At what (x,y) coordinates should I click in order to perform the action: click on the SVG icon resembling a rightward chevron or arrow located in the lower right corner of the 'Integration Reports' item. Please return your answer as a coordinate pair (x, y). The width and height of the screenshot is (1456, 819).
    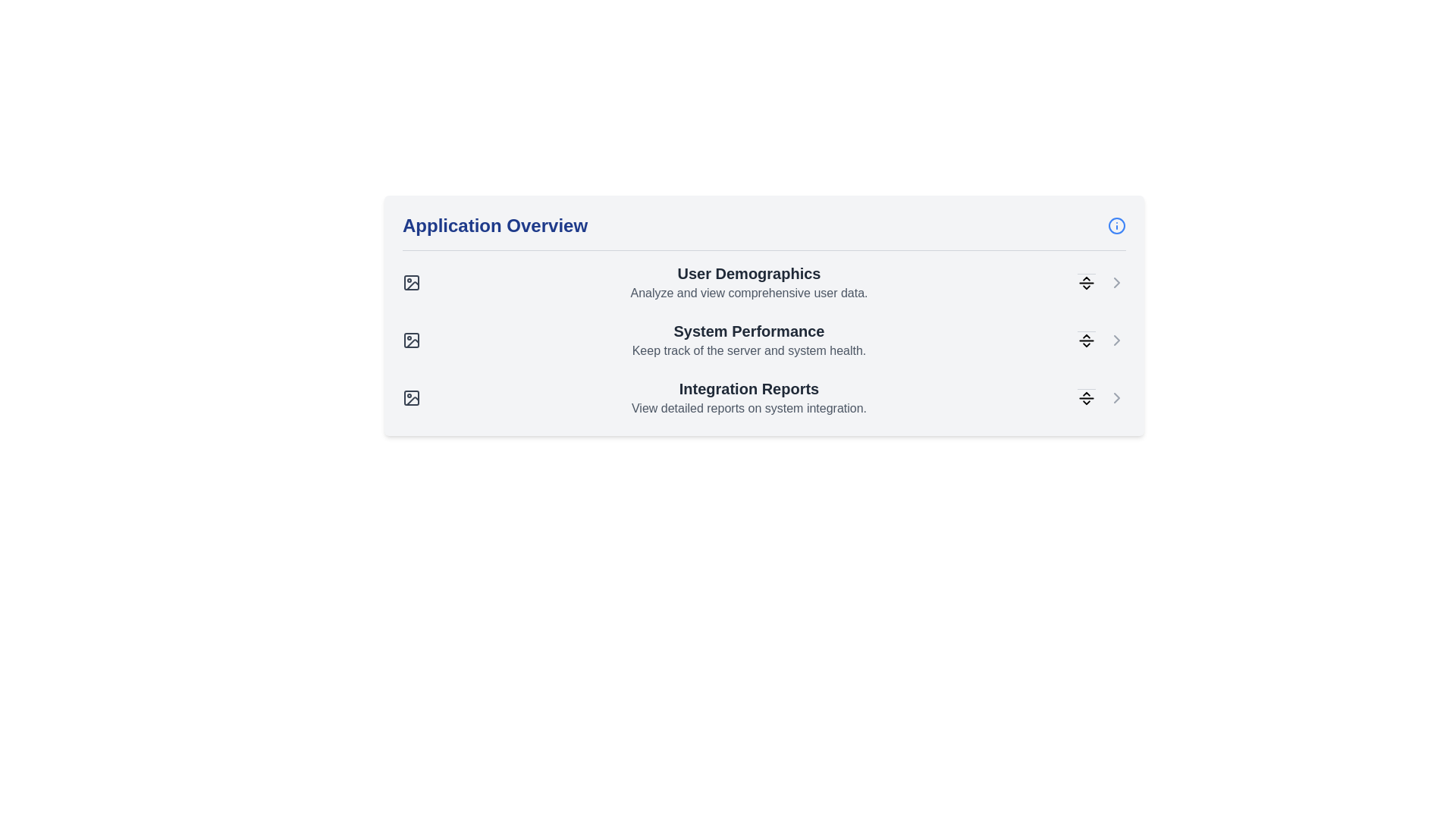
    Looking at the image, I should click on (1117, 397).